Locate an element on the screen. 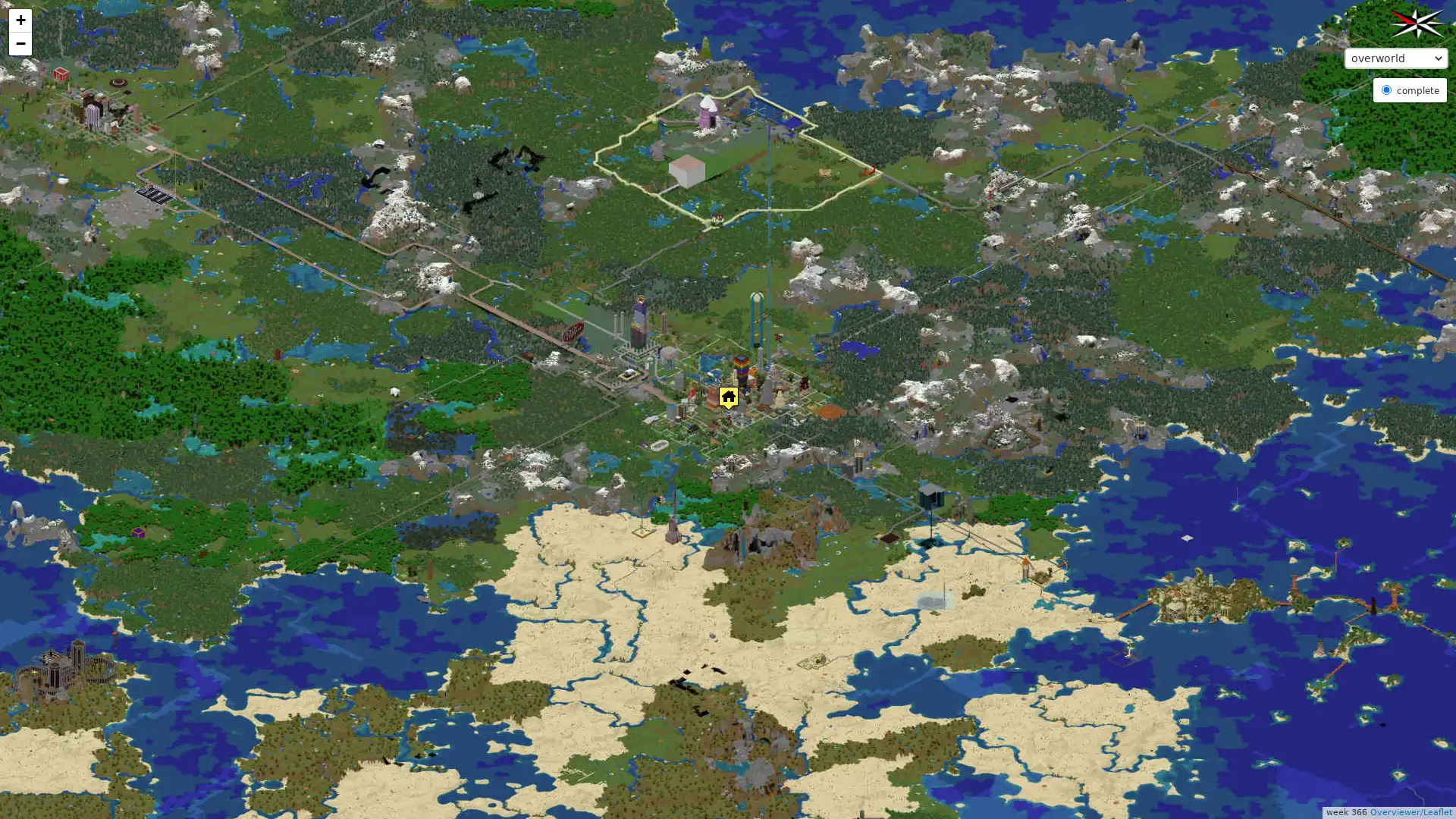  Zoom out is located at coordinates (20, 42).